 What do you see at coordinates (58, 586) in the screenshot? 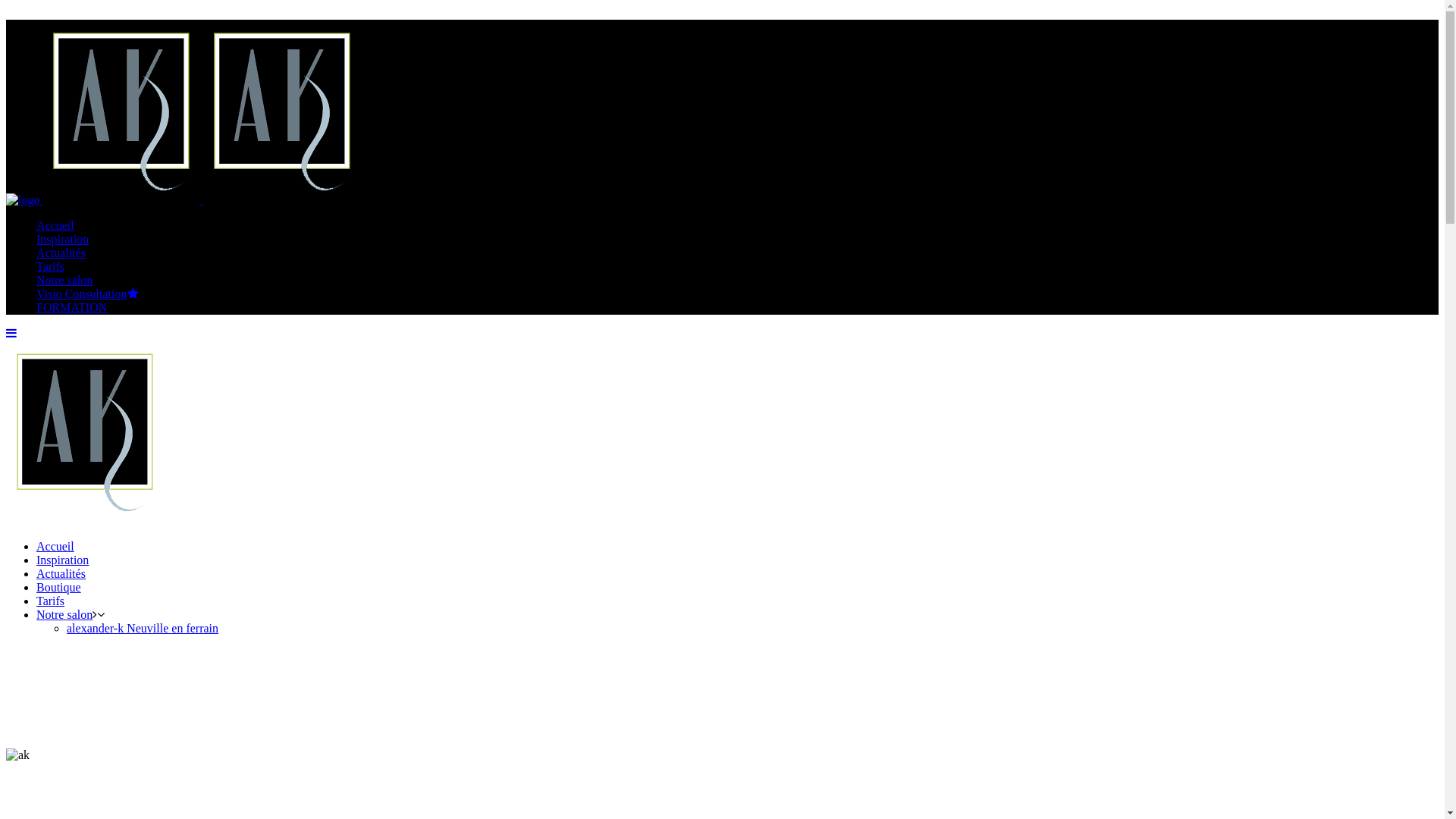
I see `'Boutique'` at bounding box center [58, 586].